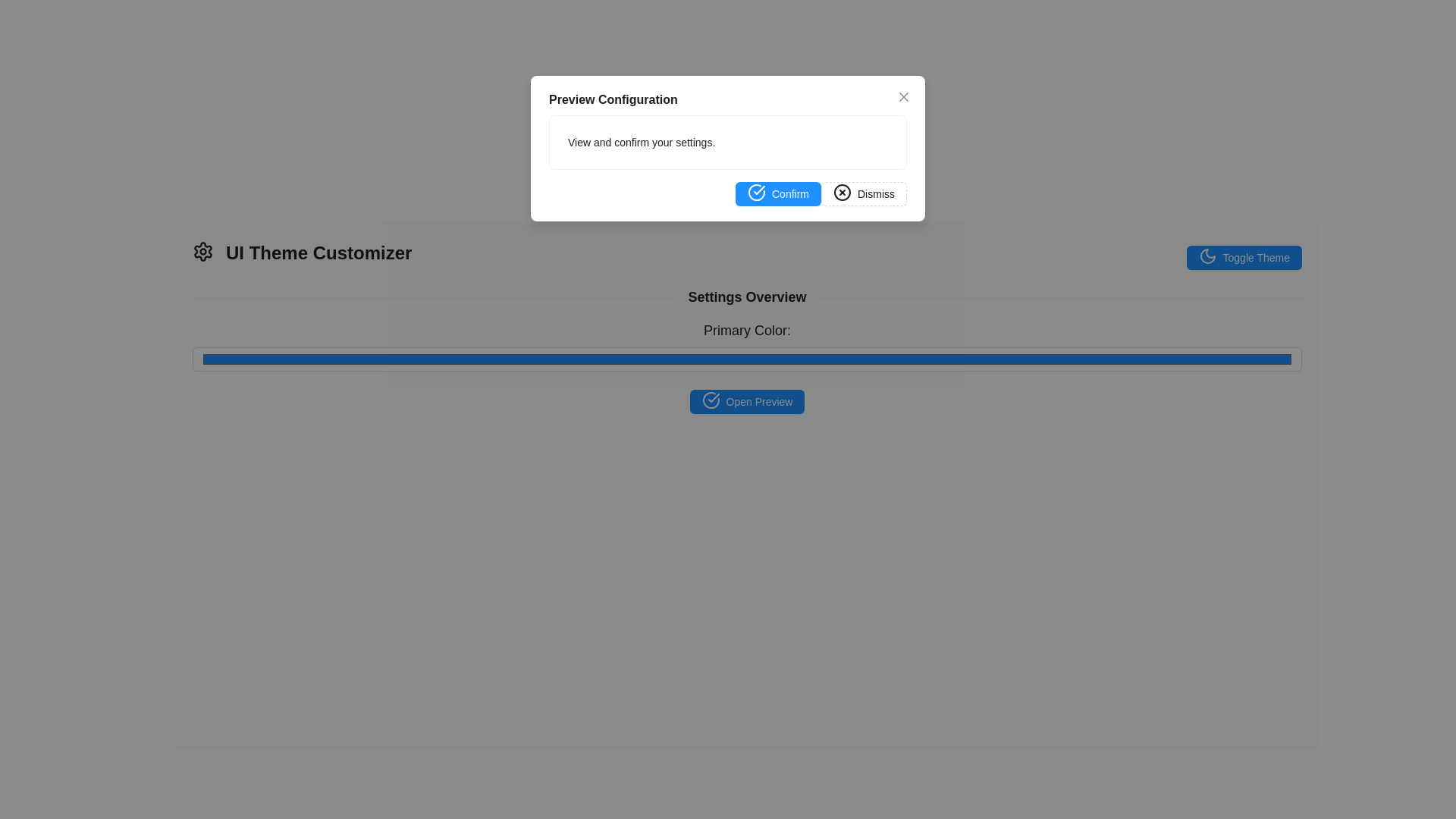  What do you see at coordinates (1207, 255) in the screenshot?
I see `the crescent moon icon located within the 'Toggle Theme' button at the top-right corner of the interface` at bounding box center [1207, 255].